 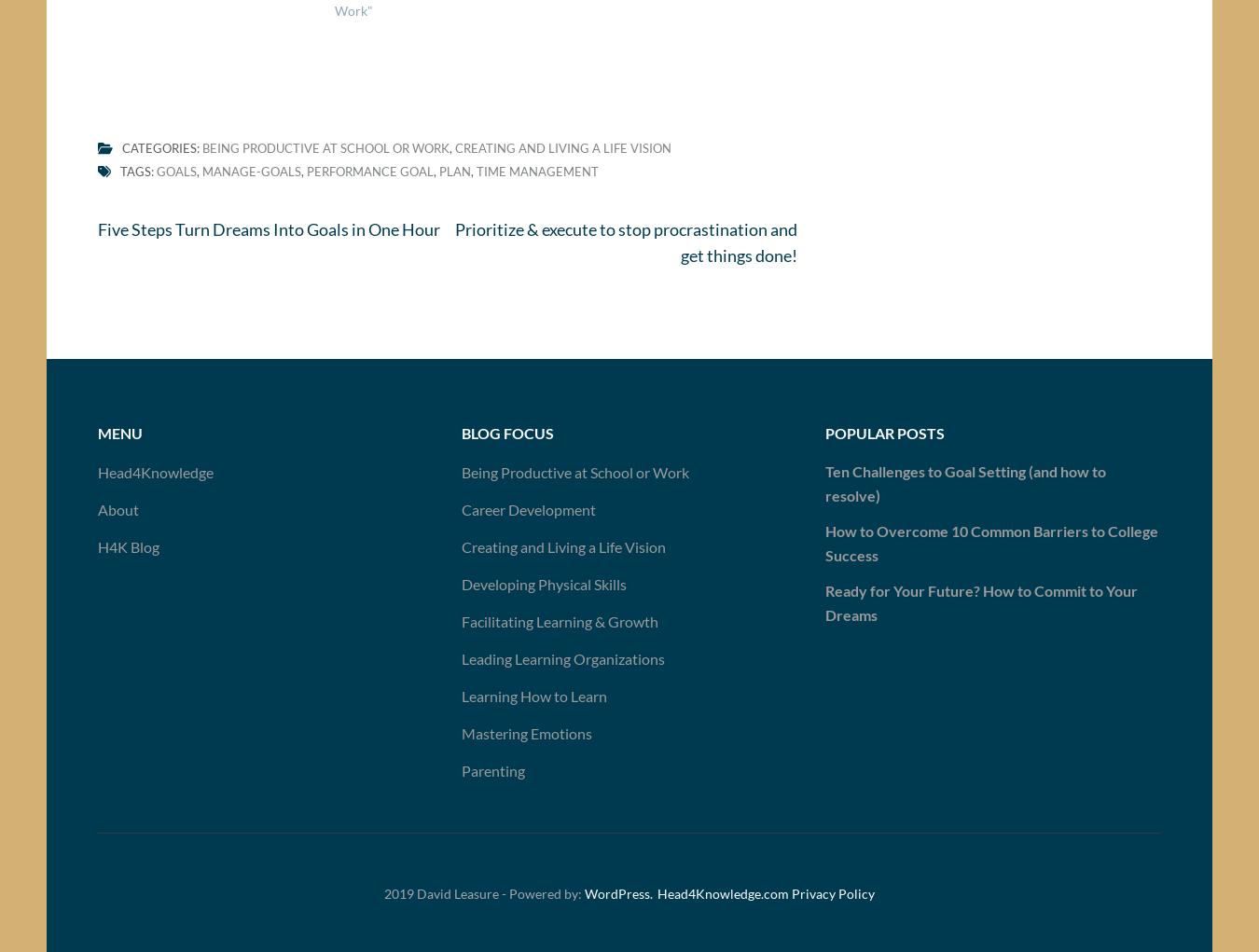 What do you see at coordinates (155, 478) in the screenshot?
I see `'Head4Knowledge'` at bounding box center [155, 478].